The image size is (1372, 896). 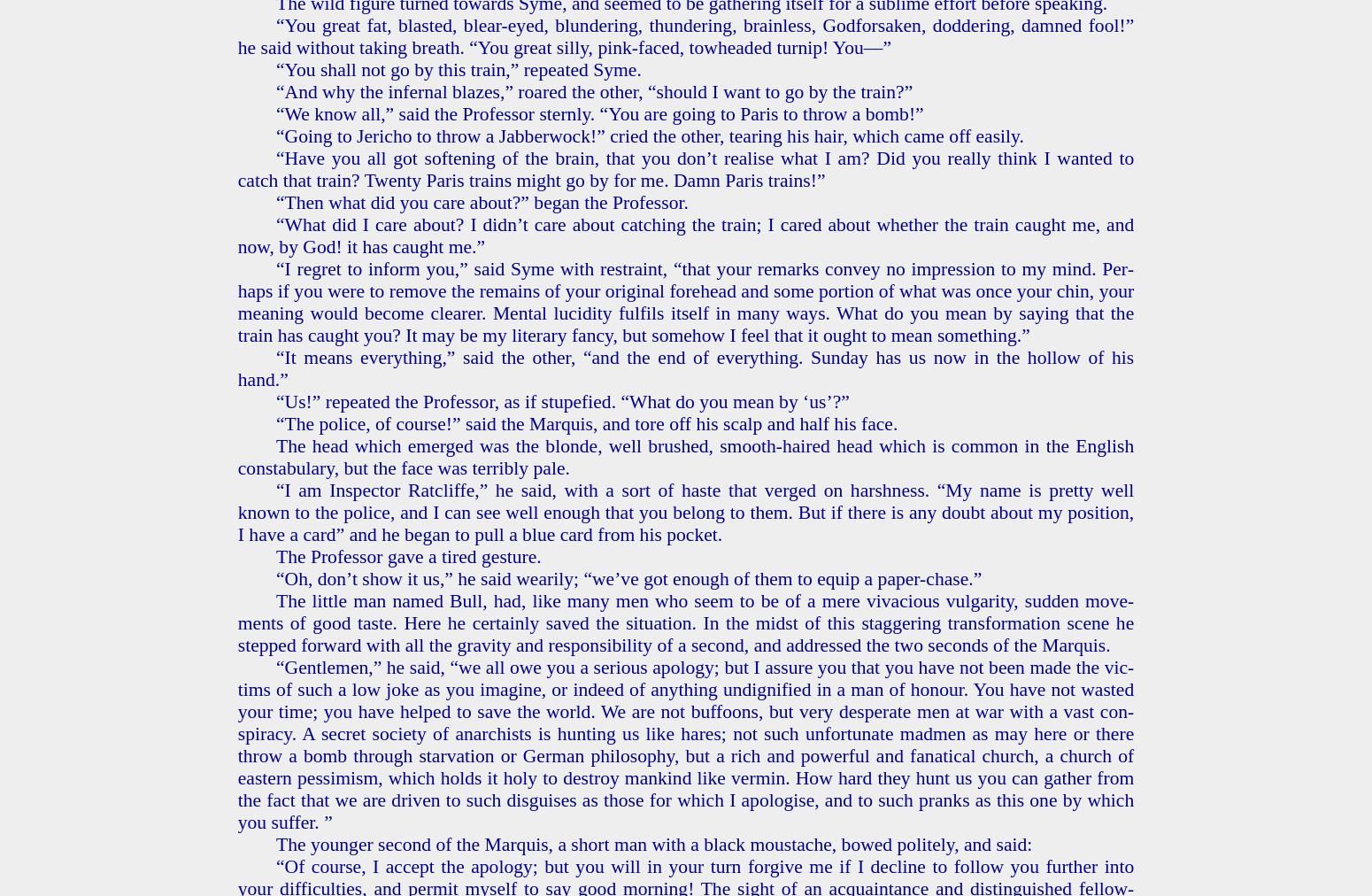 I want to click on '“Gen­tle­men,” he said, “we all owe you a se­ri­ous apol­o­gy; but I as­sure you that you have not been made the vic­tims of such a low joke as you imag­ine, or in­deed of any­thing undig­ni­fied in a man of ho­n­our. You have not wast­ed your time; you have helped to save the world. We are not buf­foons, but very des­per­ate men at war with a vast con­spir­a­cy. A se­cret so­ci­ety of an­ar­chists is hunt­ing us like hares; not such un­for­tu­nate mad­men as may here or there throw a bomb through star­va­tion or Ger­man phi­los­o­phy, but a rich and pow­er­ful and fa­nat­i­cal church, a church of east­ern pes­simism, which holds it holy to de­stroy mankind like ver­min. How hard they hunt us you can gath­er from the fact that we are dri­ven to such dis­guis­es as those for which I apol­o­gise, and to such pranks as this one by which you suf­fer. ”', so click(x=685, y=743).